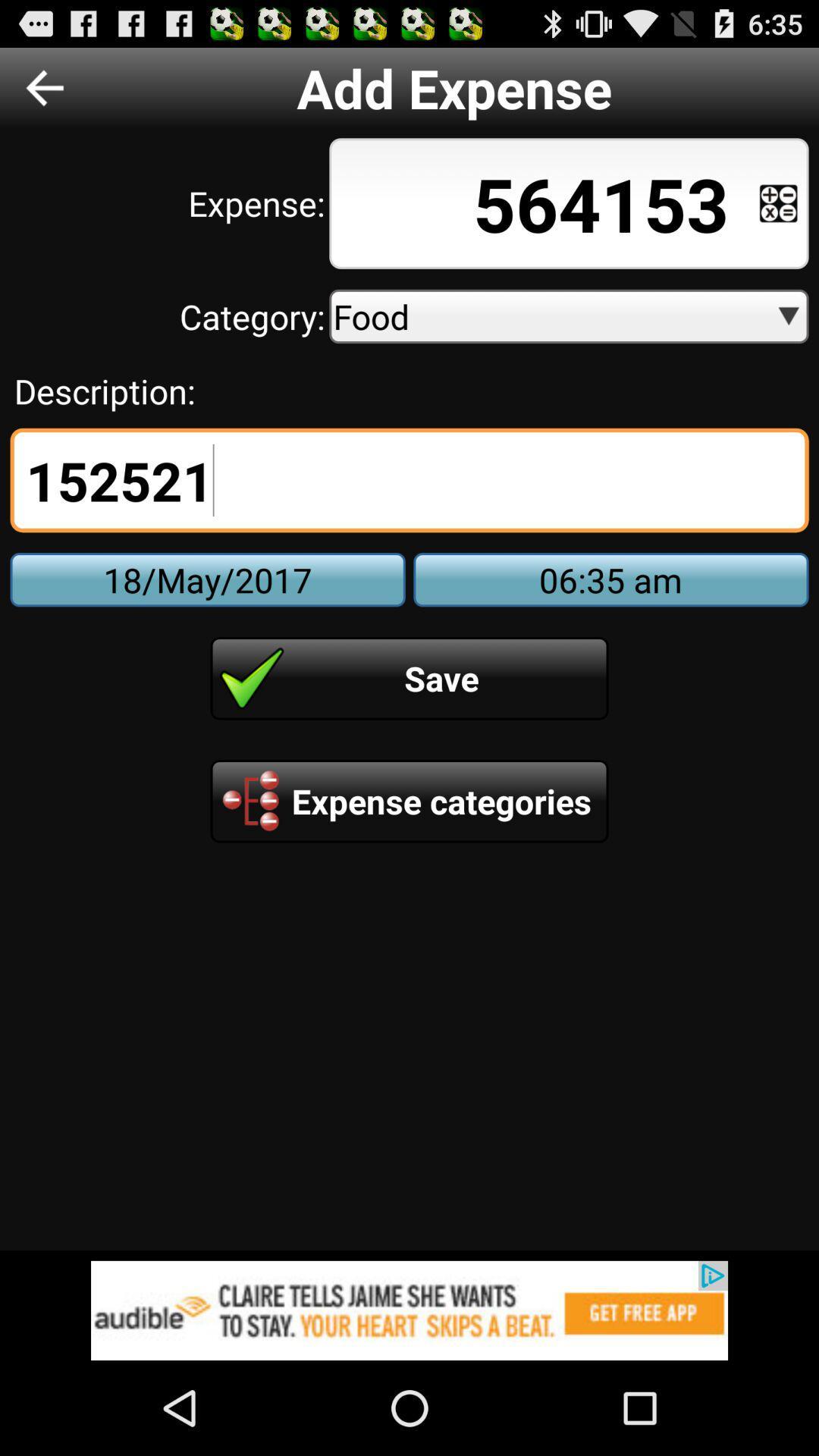 The width and height of the screenshot is (819, 1456). Describe the element at coordinates (778, 202) in the screenshot. I see `autoplay option` at that location.